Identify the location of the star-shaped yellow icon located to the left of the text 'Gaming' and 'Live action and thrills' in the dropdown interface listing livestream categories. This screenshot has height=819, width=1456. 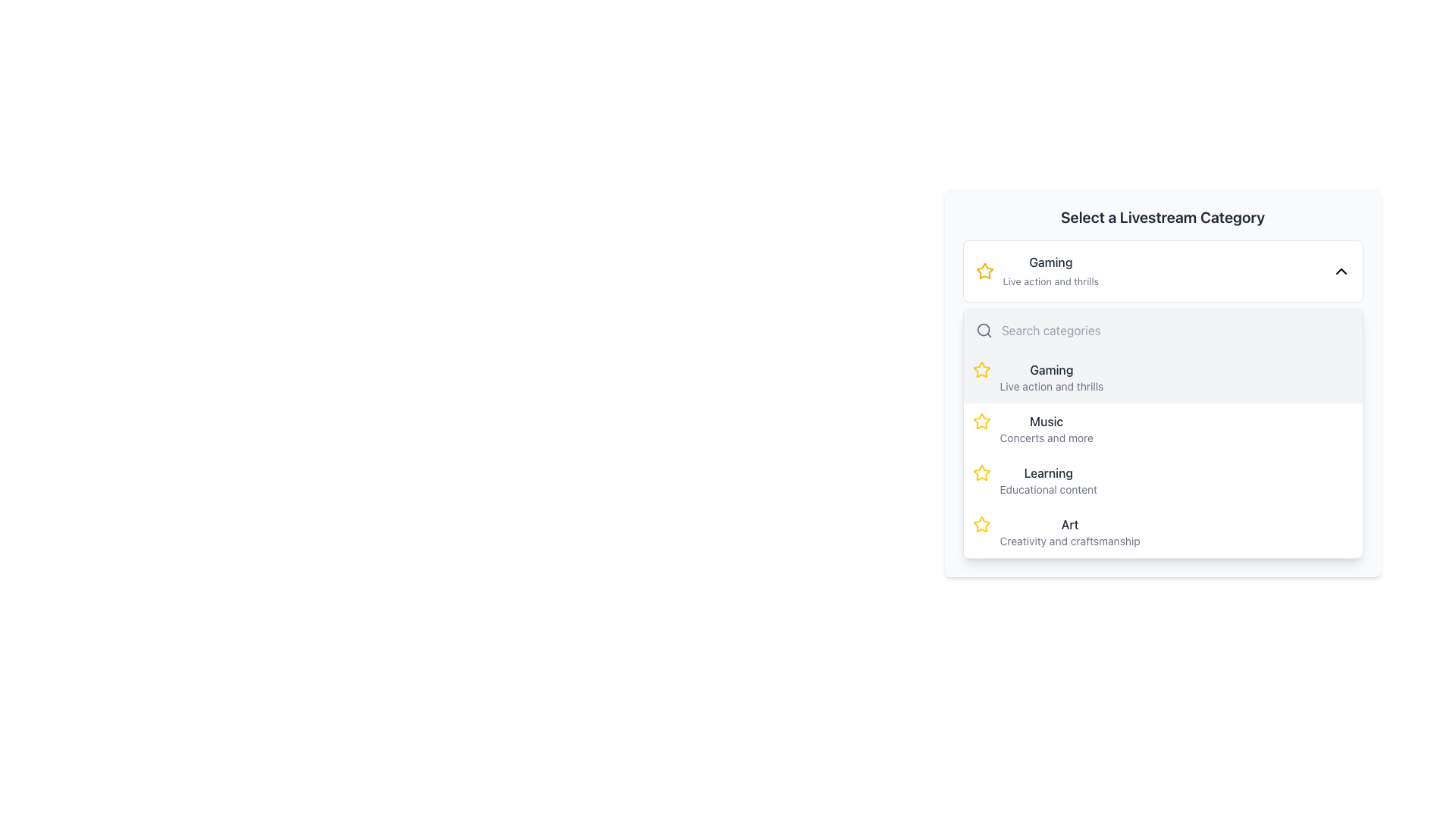
(984, 271).